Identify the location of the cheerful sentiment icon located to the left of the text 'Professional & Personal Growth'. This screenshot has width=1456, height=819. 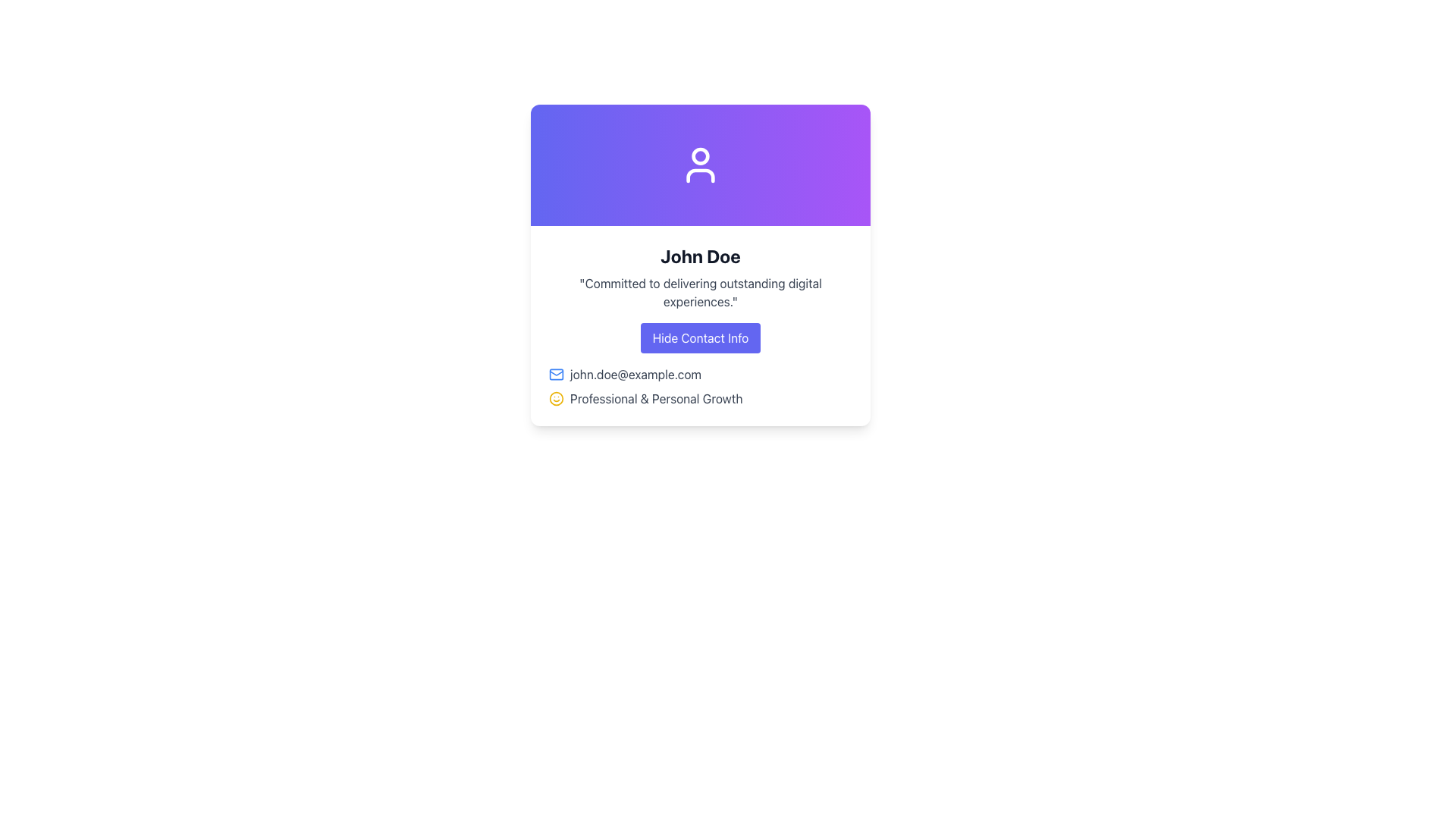
(556, 397).